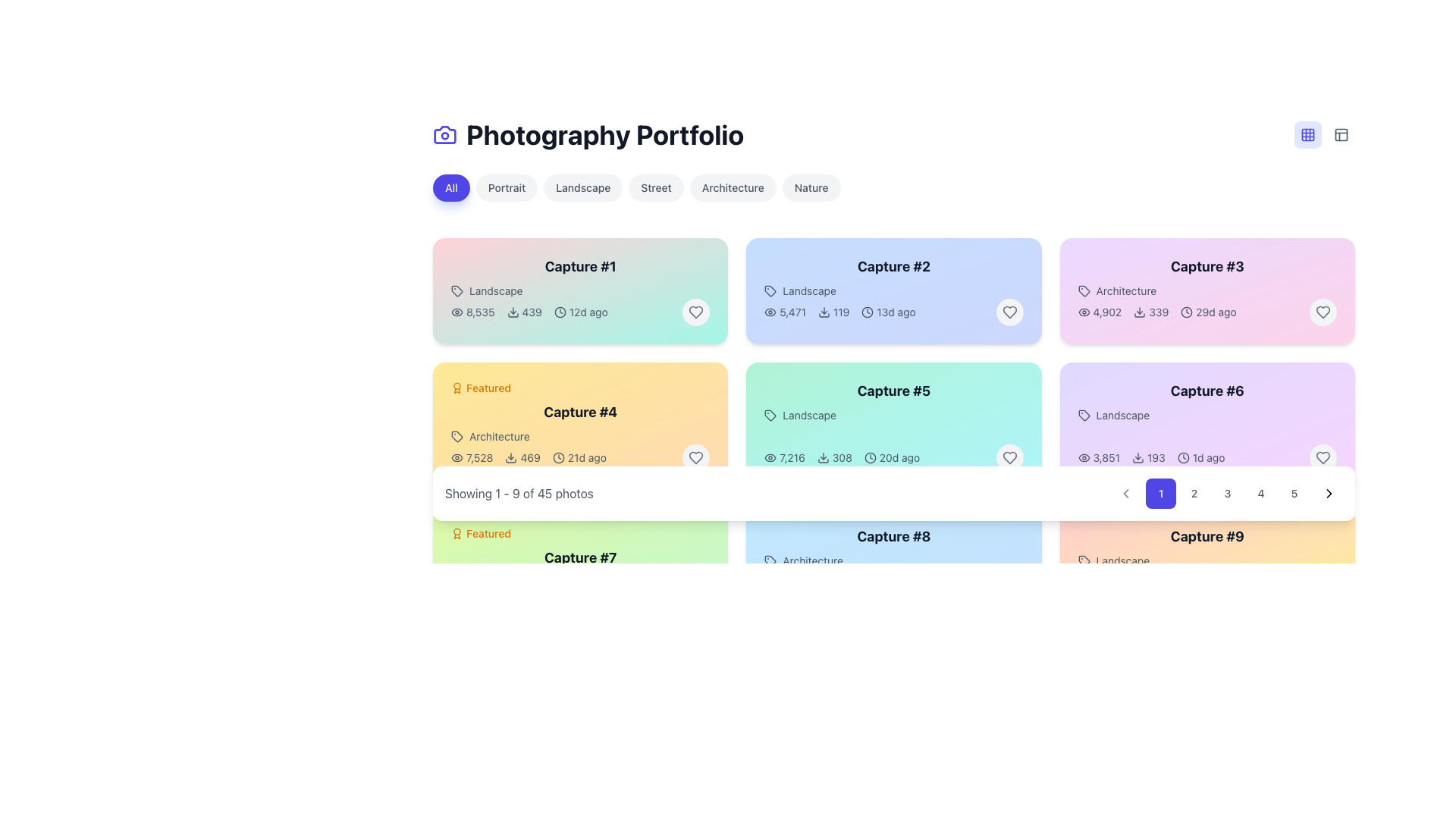  Describe the element at coordinates (579, 457) in the screenshot. I see `the textual metadata element displaying view count, download count, and time since upload in the bottom section of the 'Capture #4' card` at that location.